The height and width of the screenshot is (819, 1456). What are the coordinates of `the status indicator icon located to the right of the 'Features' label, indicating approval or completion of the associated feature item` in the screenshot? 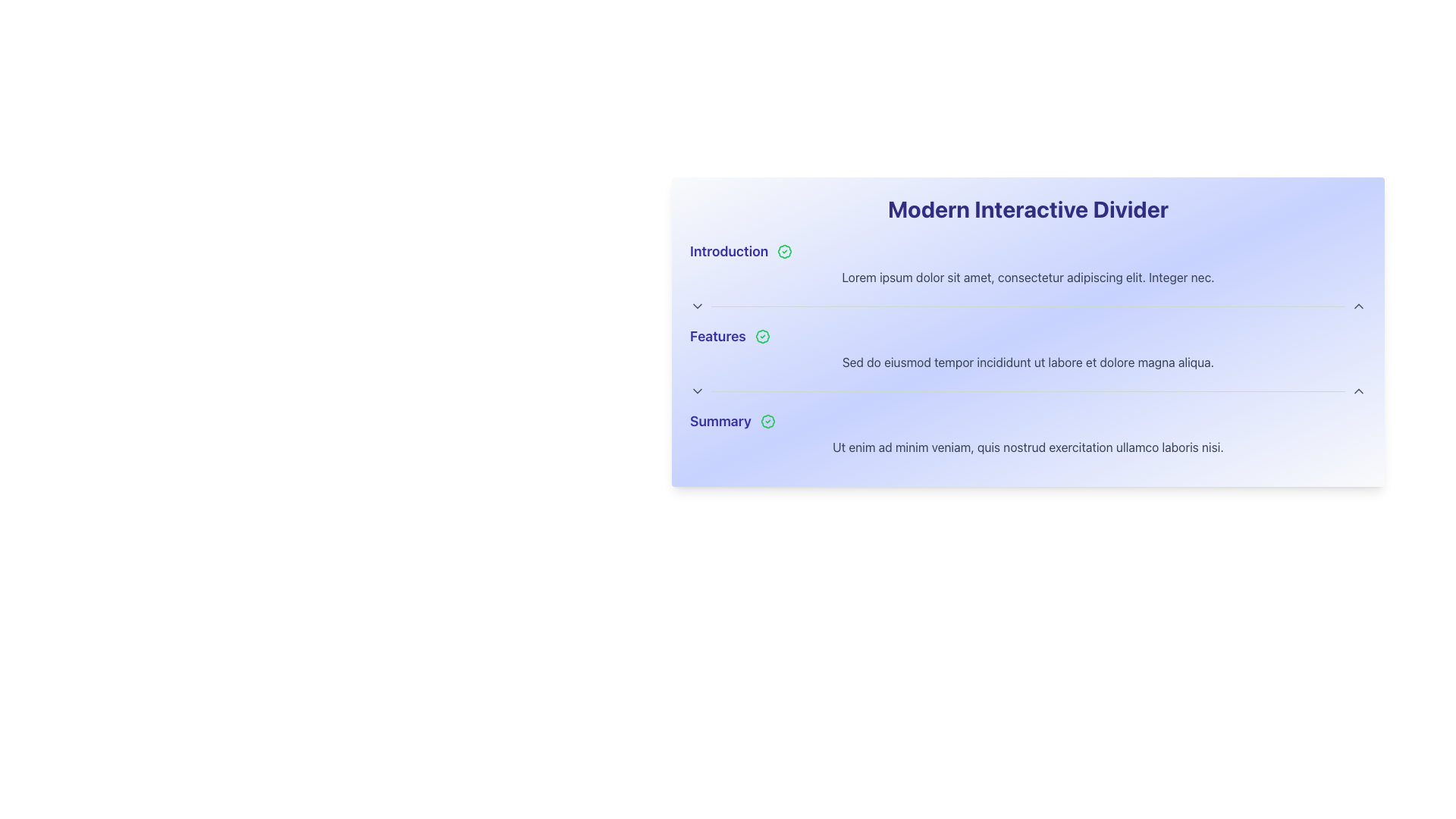 It's located at (762, 335).